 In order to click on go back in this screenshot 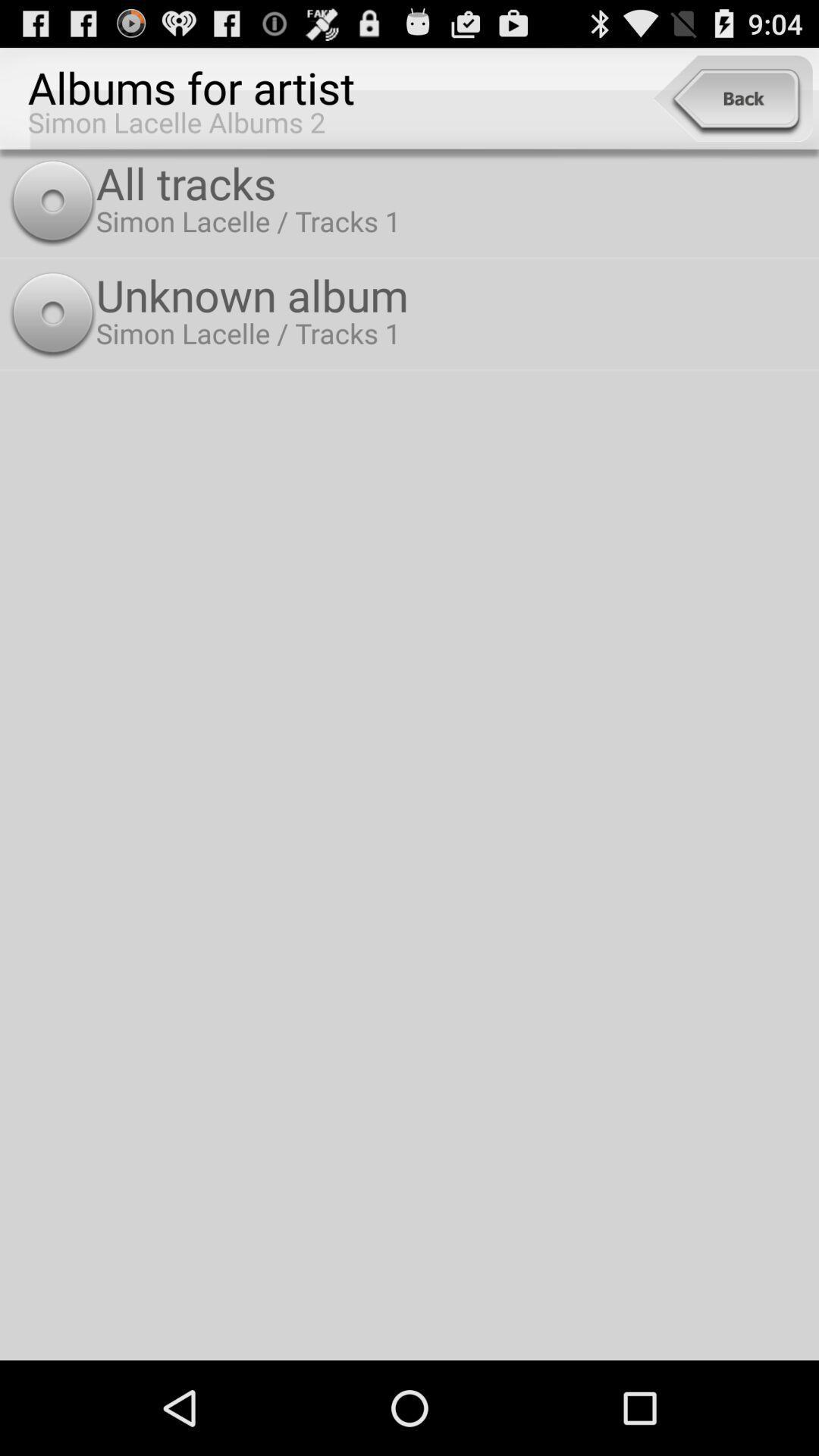, I will do `click(732, 98)`.